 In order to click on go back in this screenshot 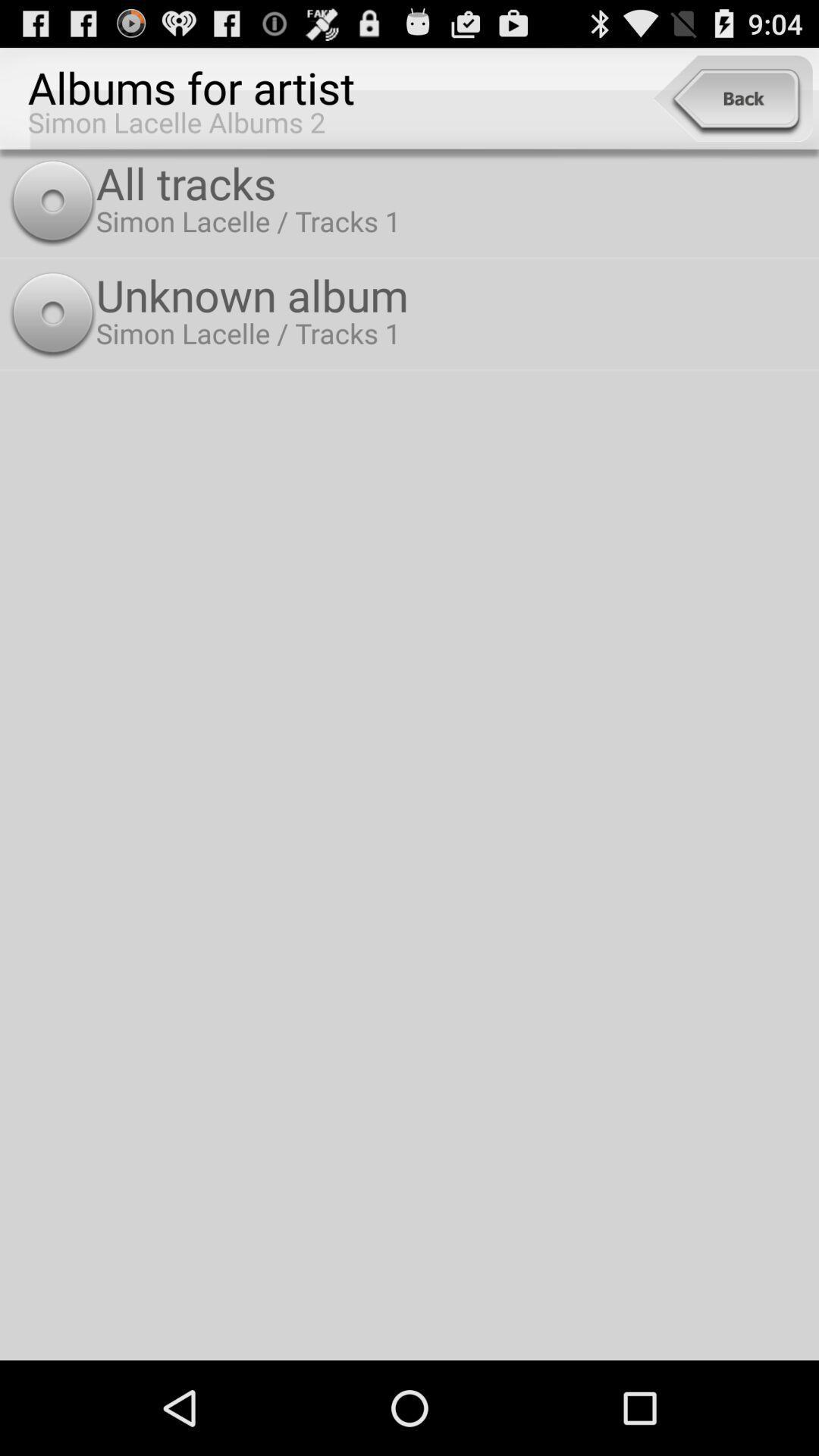, I will do `click(732, 98)`.